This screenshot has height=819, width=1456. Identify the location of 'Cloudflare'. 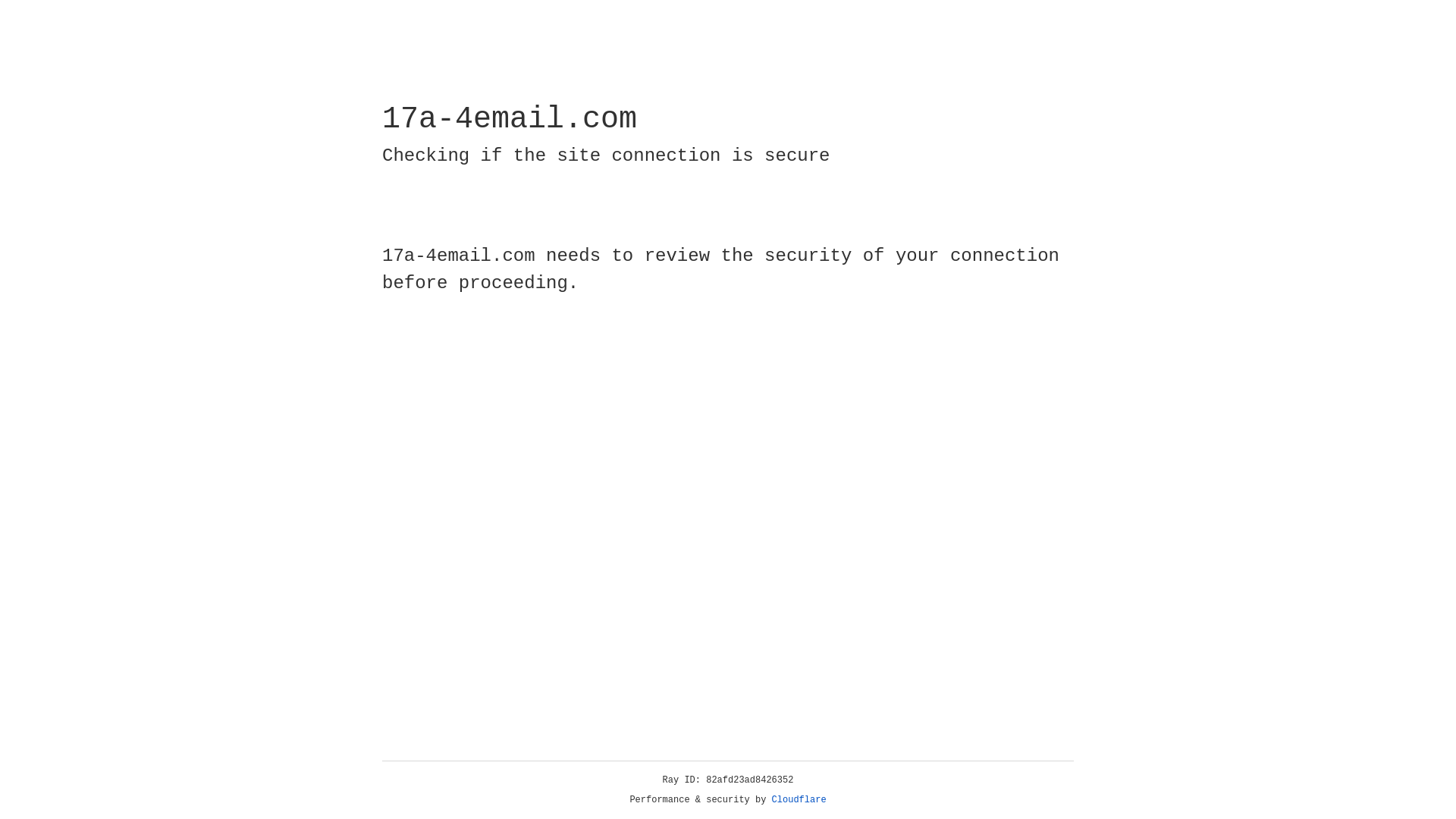
(799, 799).